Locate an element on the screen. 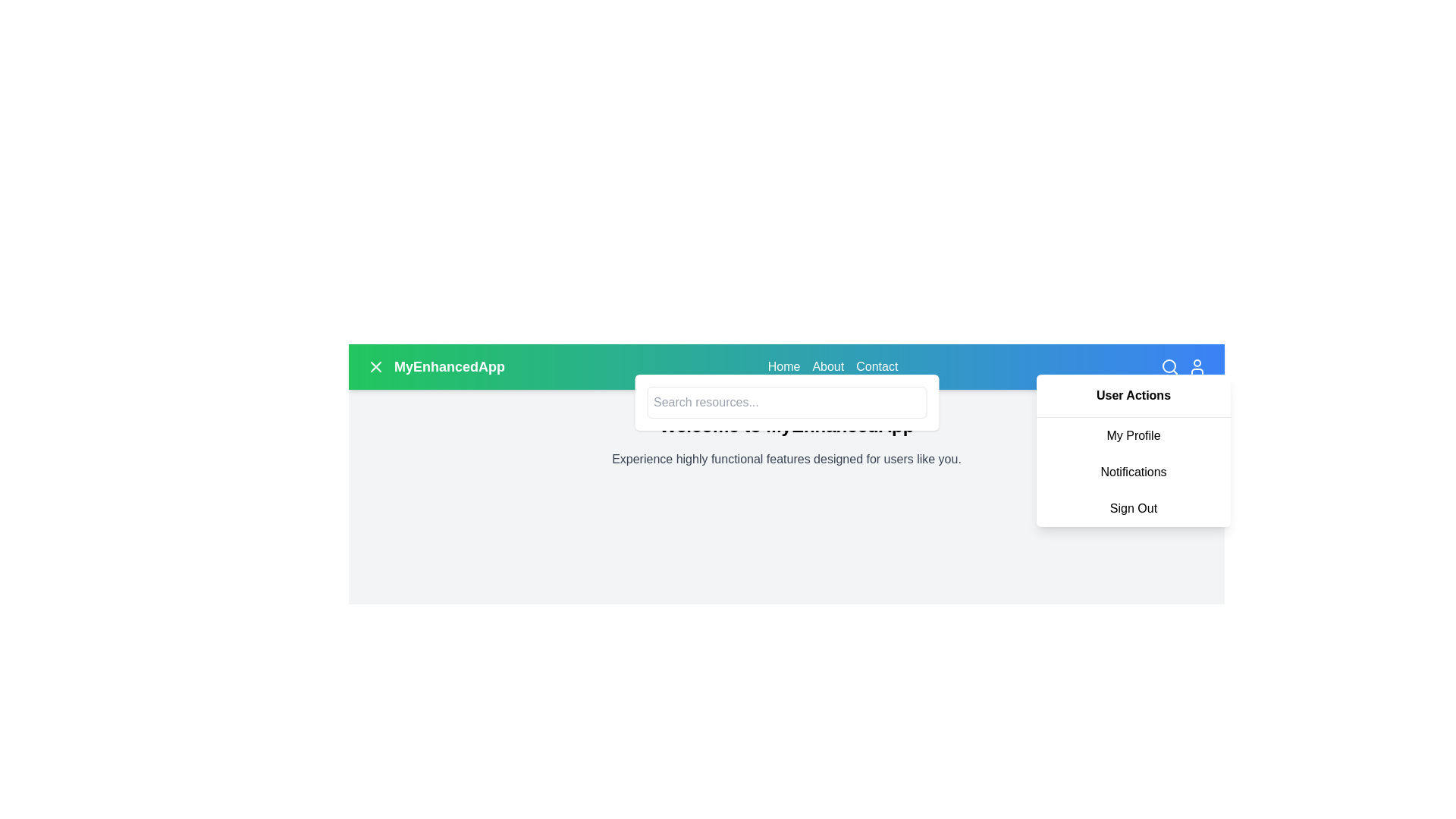 Image resolution: width=1456 pixels, height=819 pixels. the static text that reads 'Experience highly functional features designed for users like you.', which is styled in a subtle gray font and centered below the header 'Welcome to MyEnhancedApp' is located at coordinates (786, 458).